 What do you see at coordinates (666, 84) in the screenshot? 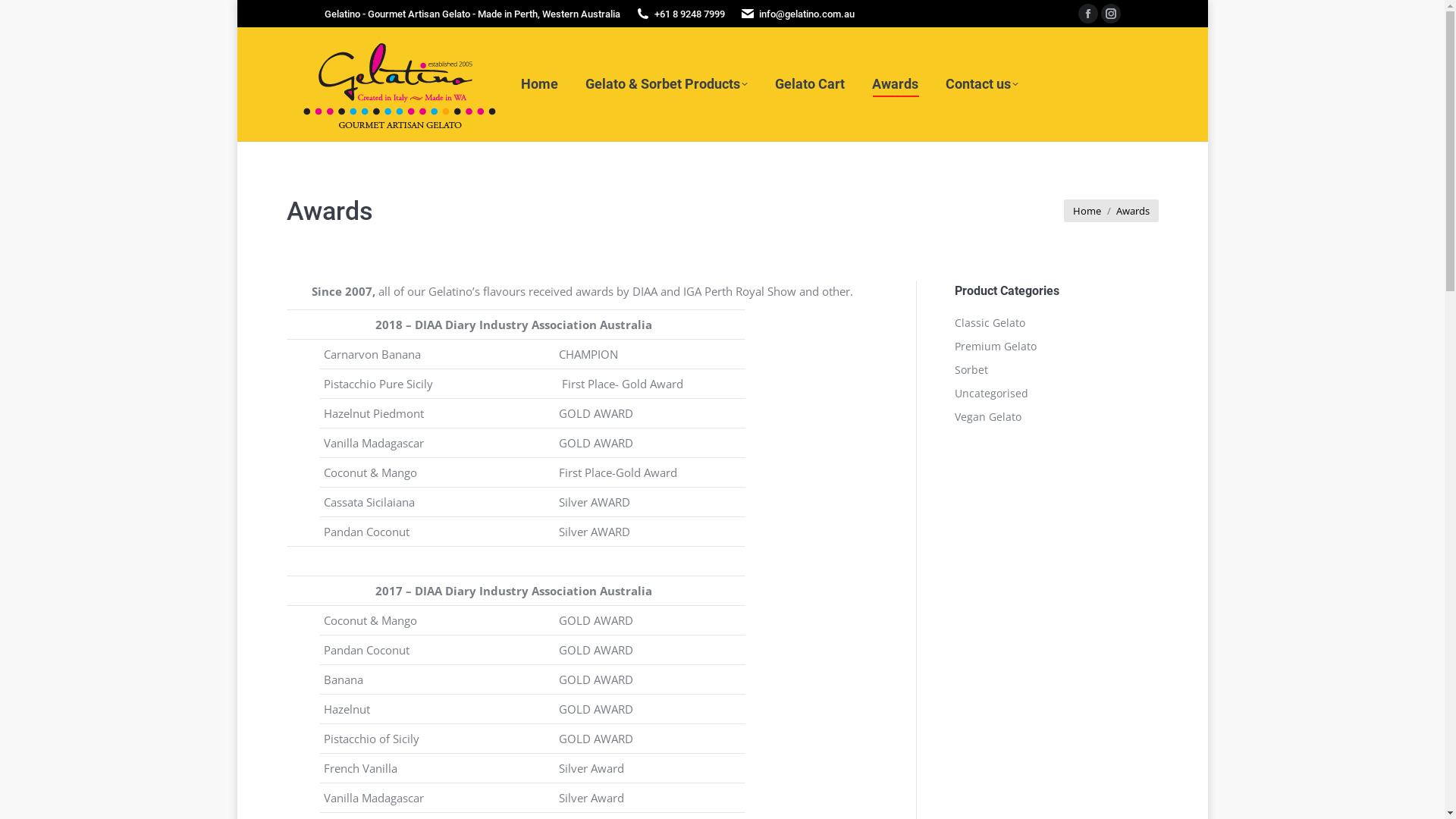
I see `'Gelato & Sorbet Products'` at bounding box center [666, 84].